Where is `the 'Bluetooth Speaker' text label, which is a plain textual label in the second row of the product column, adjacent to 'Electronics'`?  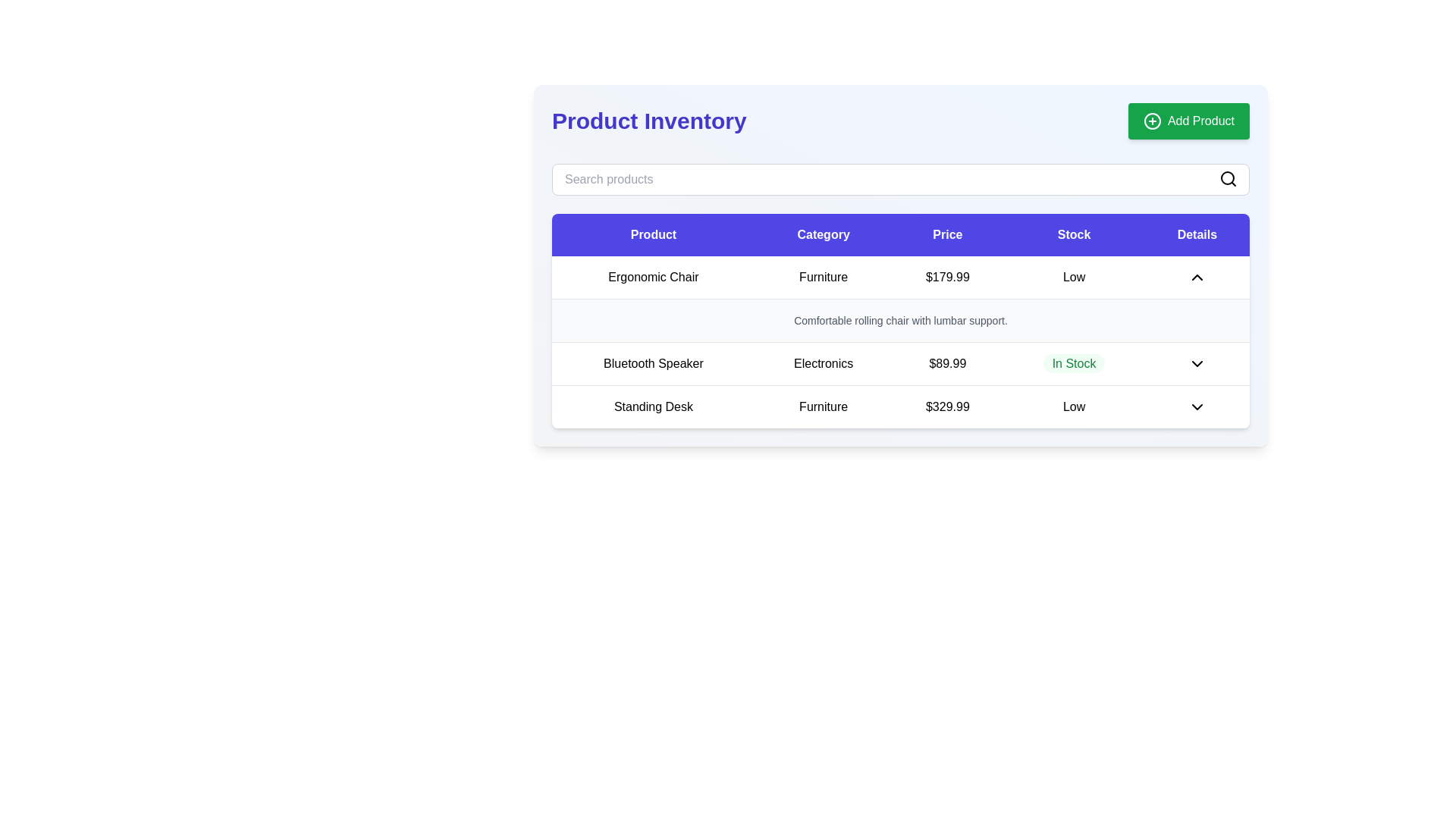 the 'Bluetooth Speaker' text label, which is a plain textual label in the second row of the product column, adjacent to 'Electronics' is located at coordinates (653, 363).